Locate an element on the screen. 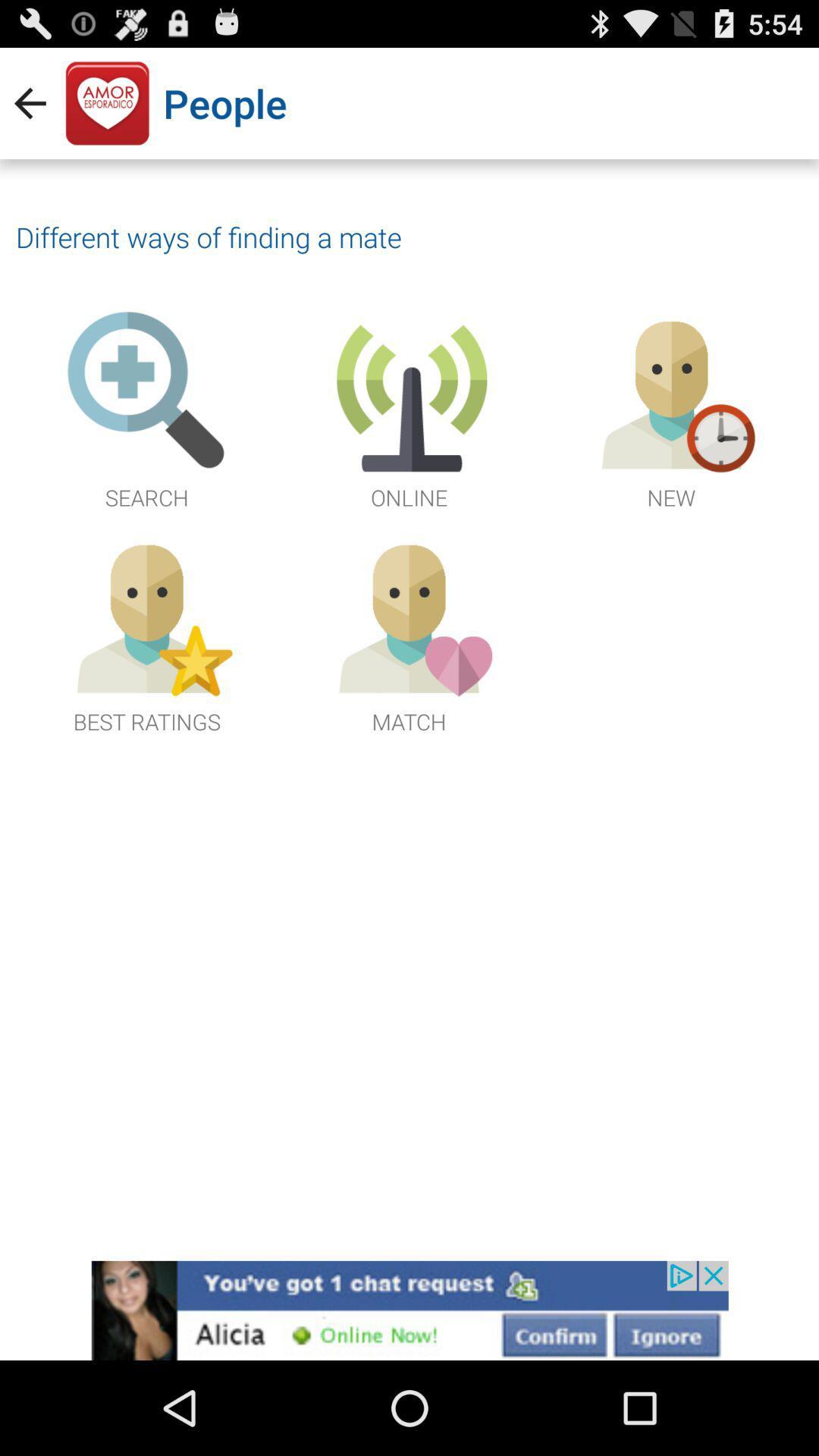 This screenshot has width=819, height=1456. connect to advertisement is located at coordinates (409, 1310).